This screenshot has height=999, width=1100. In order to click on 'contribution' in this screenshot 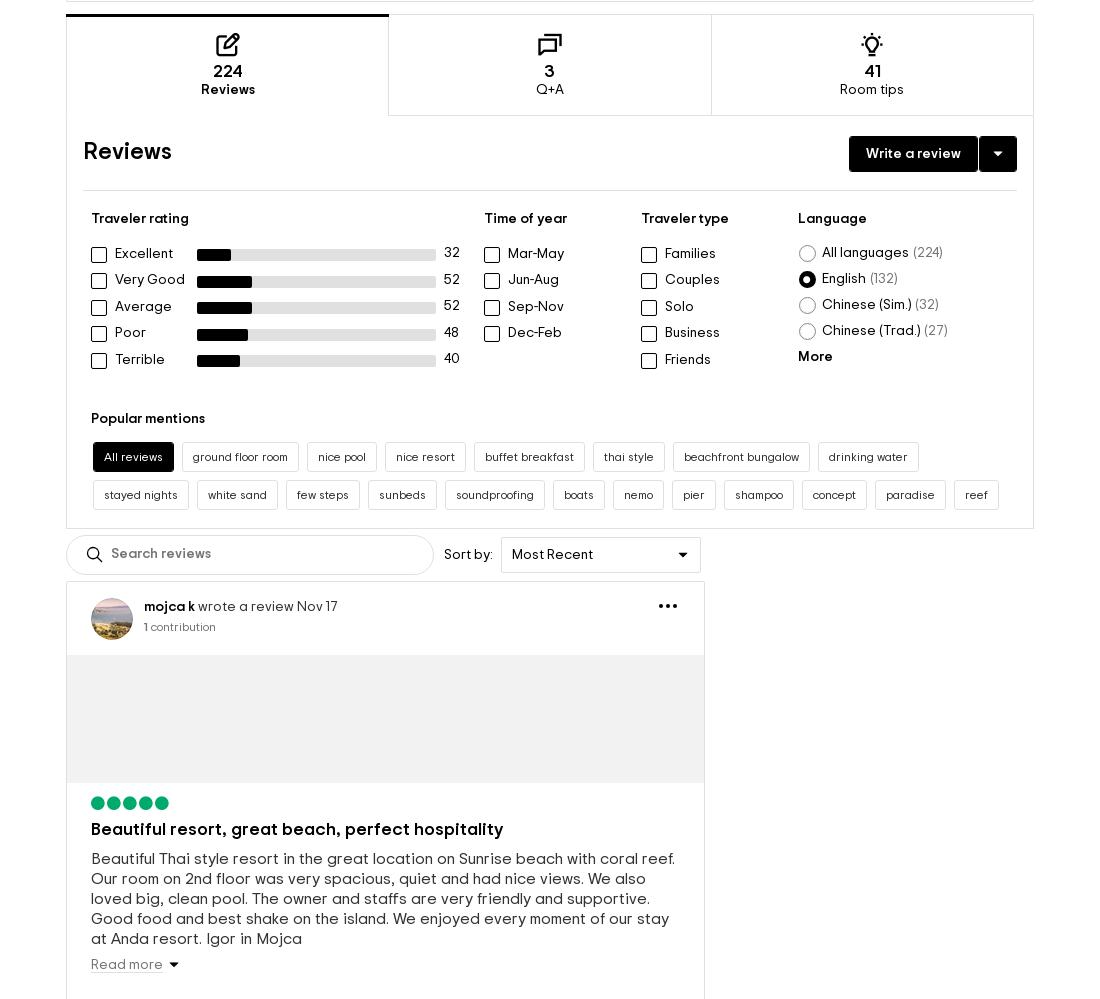, I will do `click(146, 594)`.